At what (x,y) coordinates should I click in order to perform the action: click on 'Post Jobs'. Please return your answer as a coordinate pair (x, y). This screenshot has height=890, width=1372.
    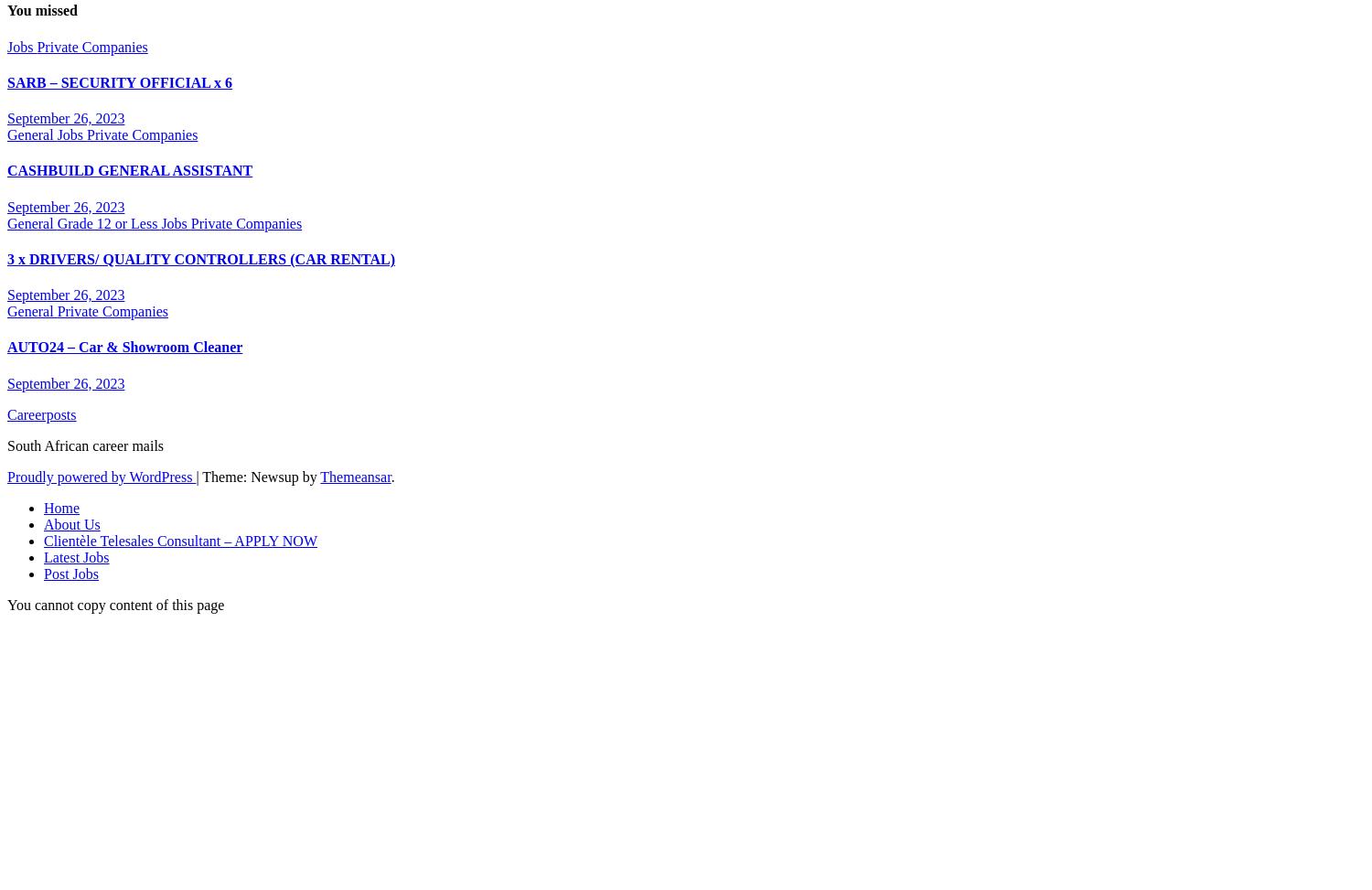
    Looking at the image, I should click on (70, 573).